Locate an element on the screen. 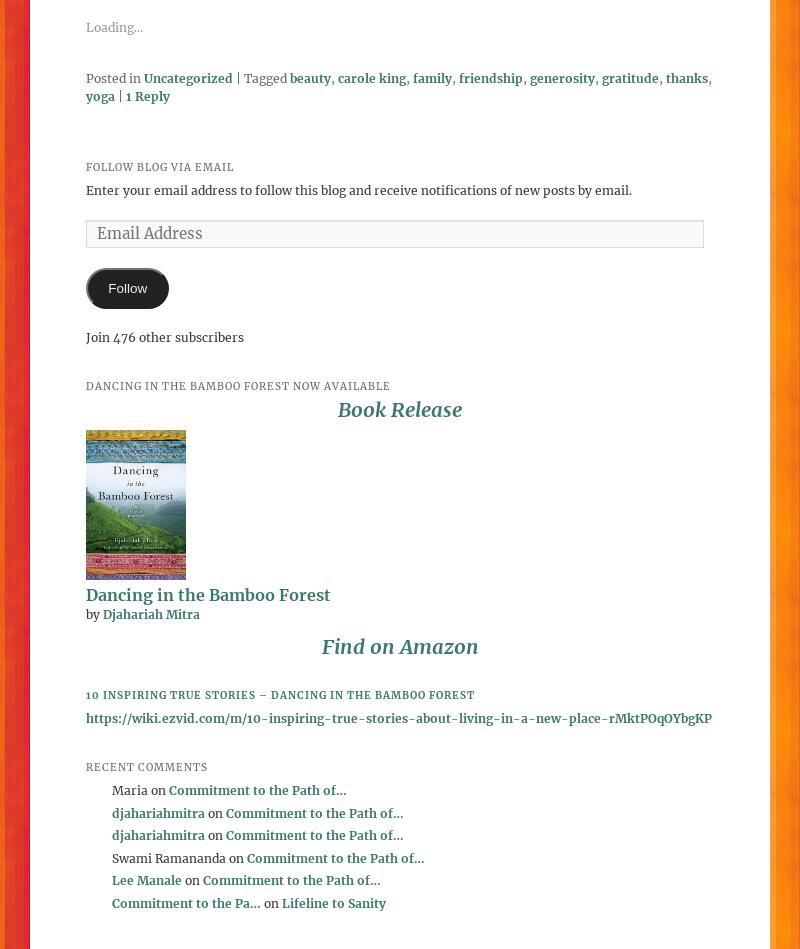  'by' is located at coordinates (86, 613).